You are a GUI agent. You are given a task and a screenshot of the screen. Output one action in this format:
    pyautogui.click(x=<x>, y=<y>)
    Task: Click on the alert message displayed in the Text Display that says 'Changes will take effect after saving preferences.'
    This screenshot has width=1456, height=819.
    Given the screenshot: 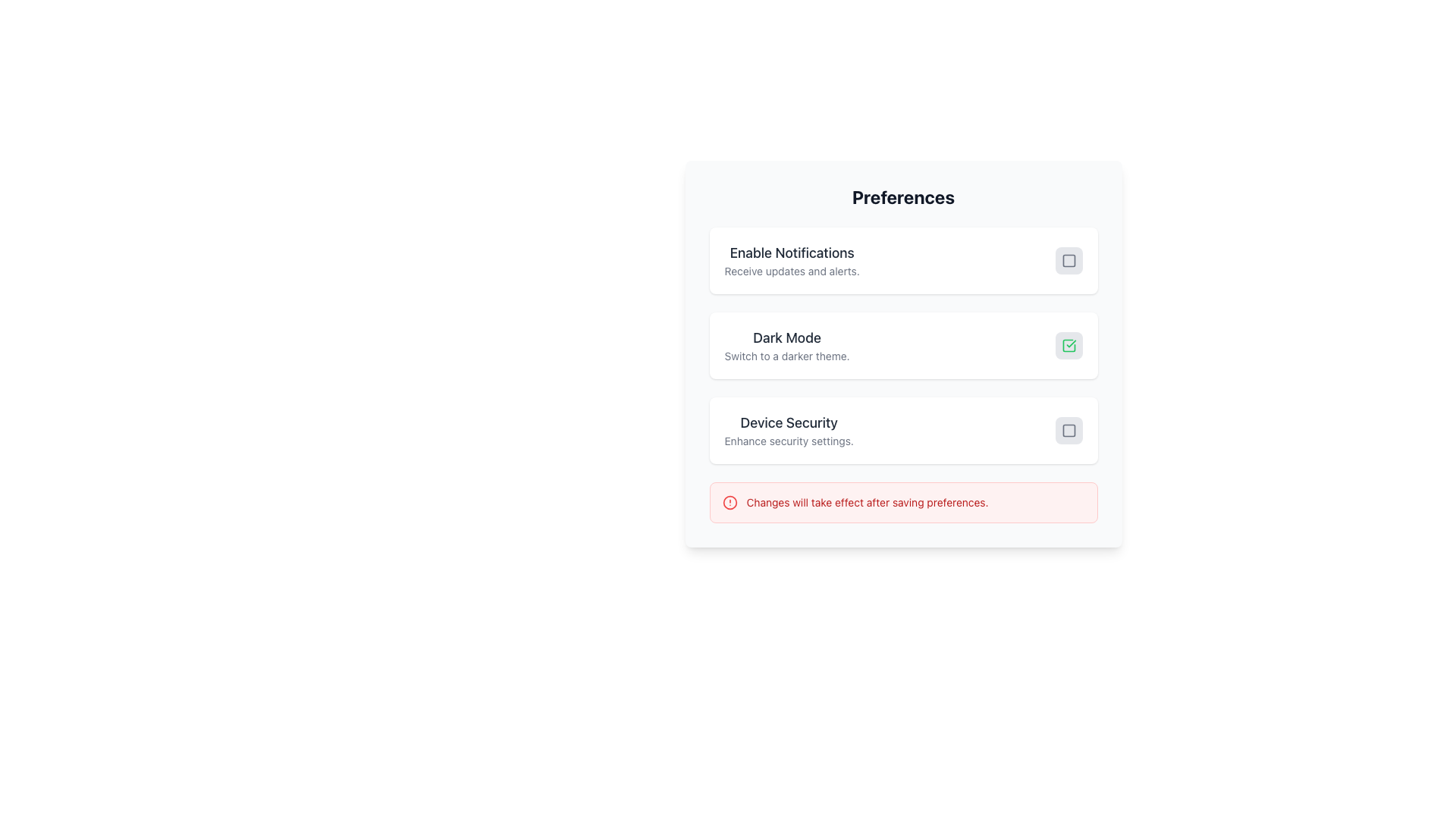 What is the action you would take?
    pyautogui.click(x=868, y=503)
    